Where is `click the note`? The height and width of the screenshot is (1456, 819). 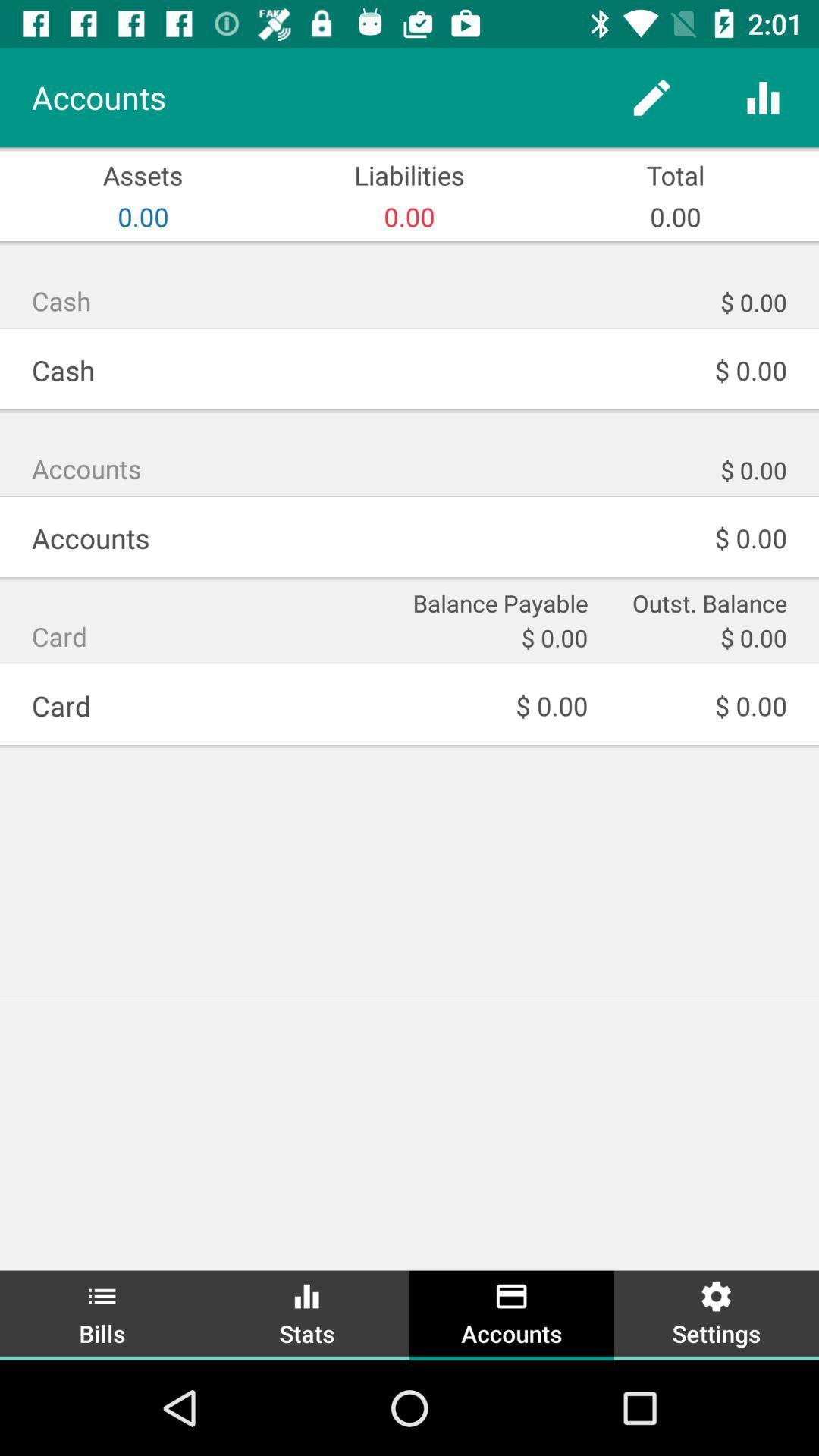
click the note is located at coordinates (651, 96).